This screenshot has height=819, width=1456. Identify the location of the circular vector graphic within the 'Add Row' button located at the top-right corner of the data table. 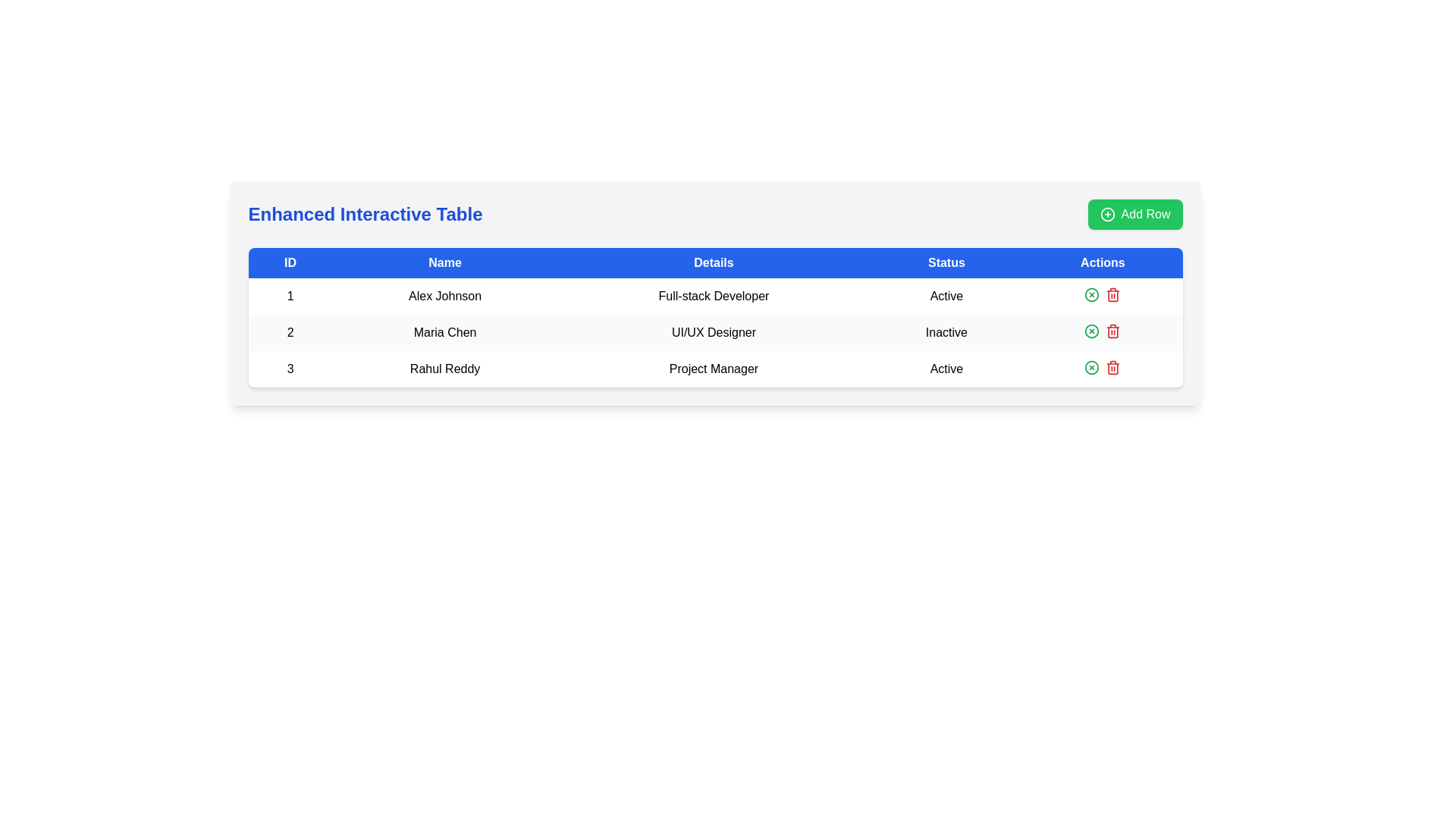
(1107, 214).